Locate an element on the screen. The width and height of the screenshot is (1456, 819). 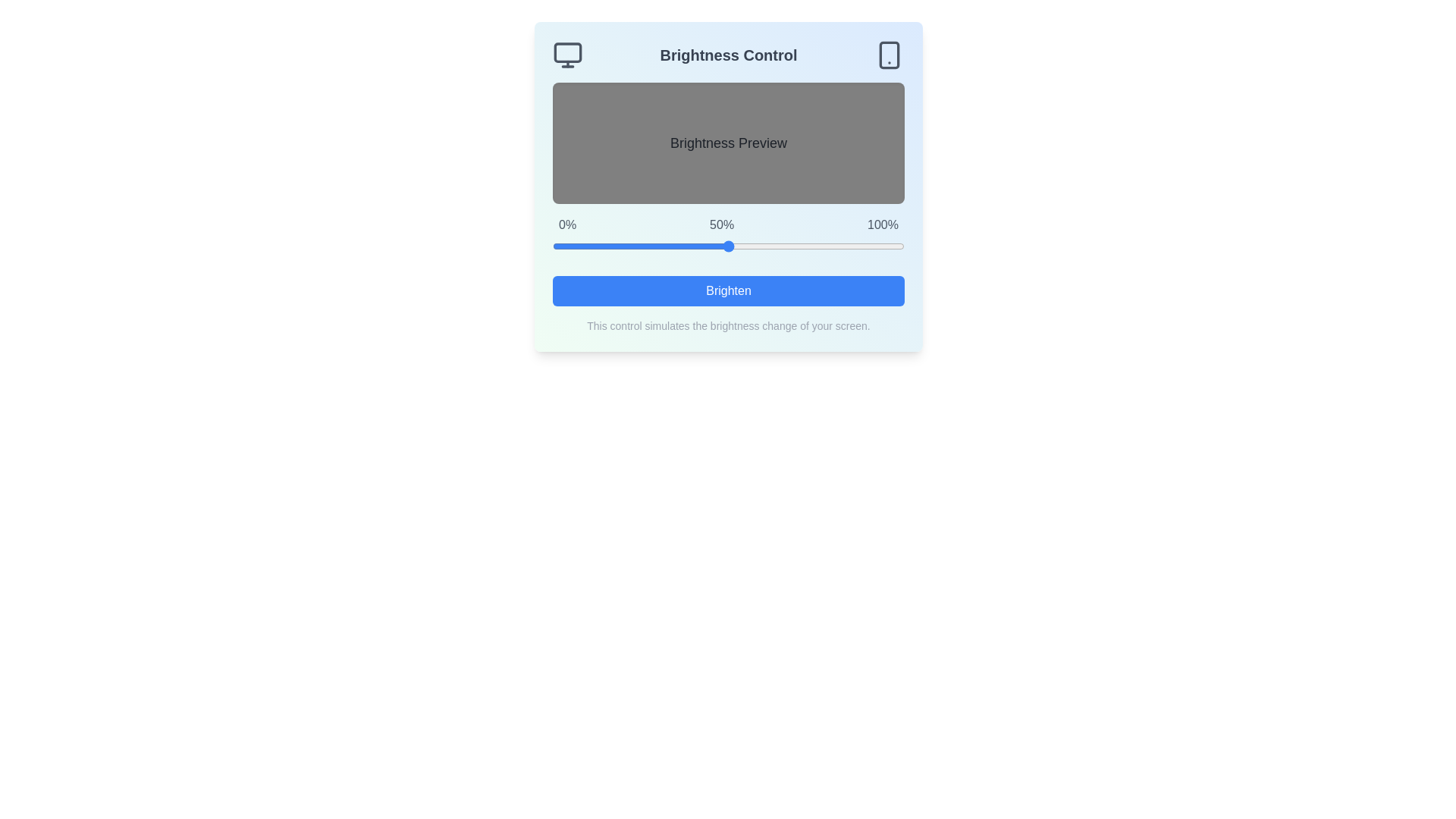
the brightness slider to set the brightness level to 68% is located at coordinates (791, 245).